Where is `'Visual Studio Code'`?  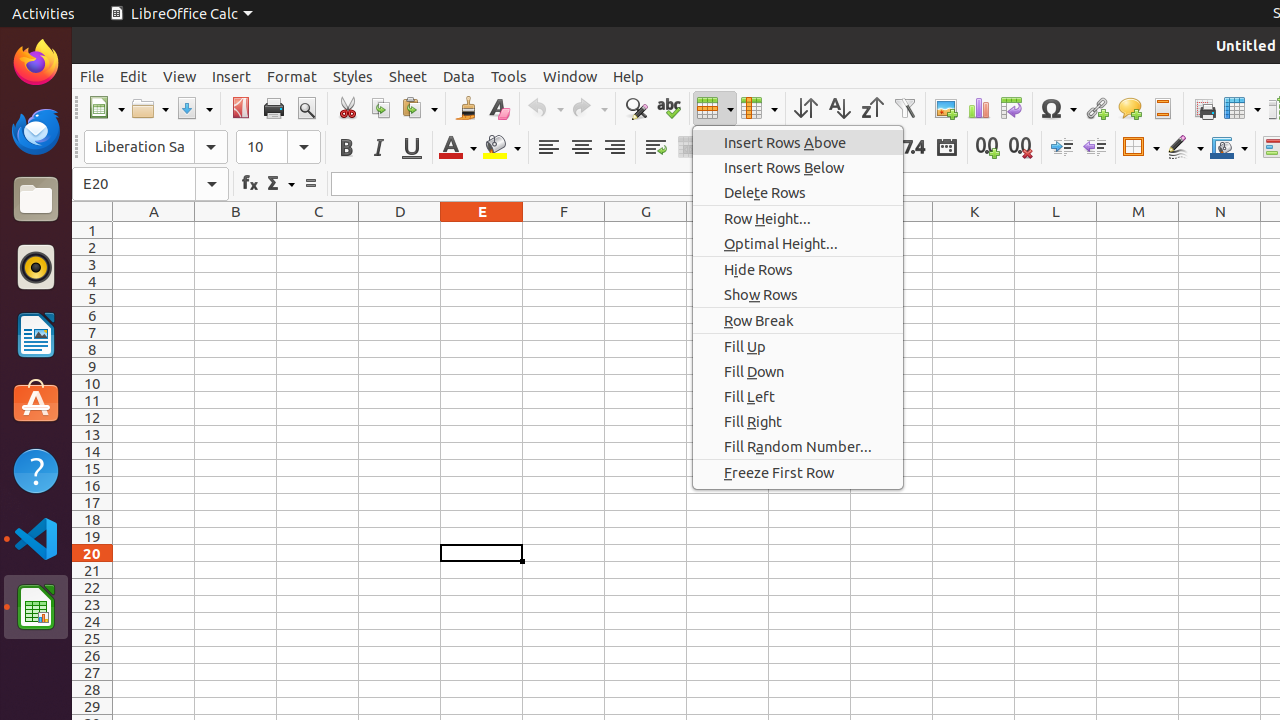 'Visual Studio Code' is located at coordinates (35, 537).